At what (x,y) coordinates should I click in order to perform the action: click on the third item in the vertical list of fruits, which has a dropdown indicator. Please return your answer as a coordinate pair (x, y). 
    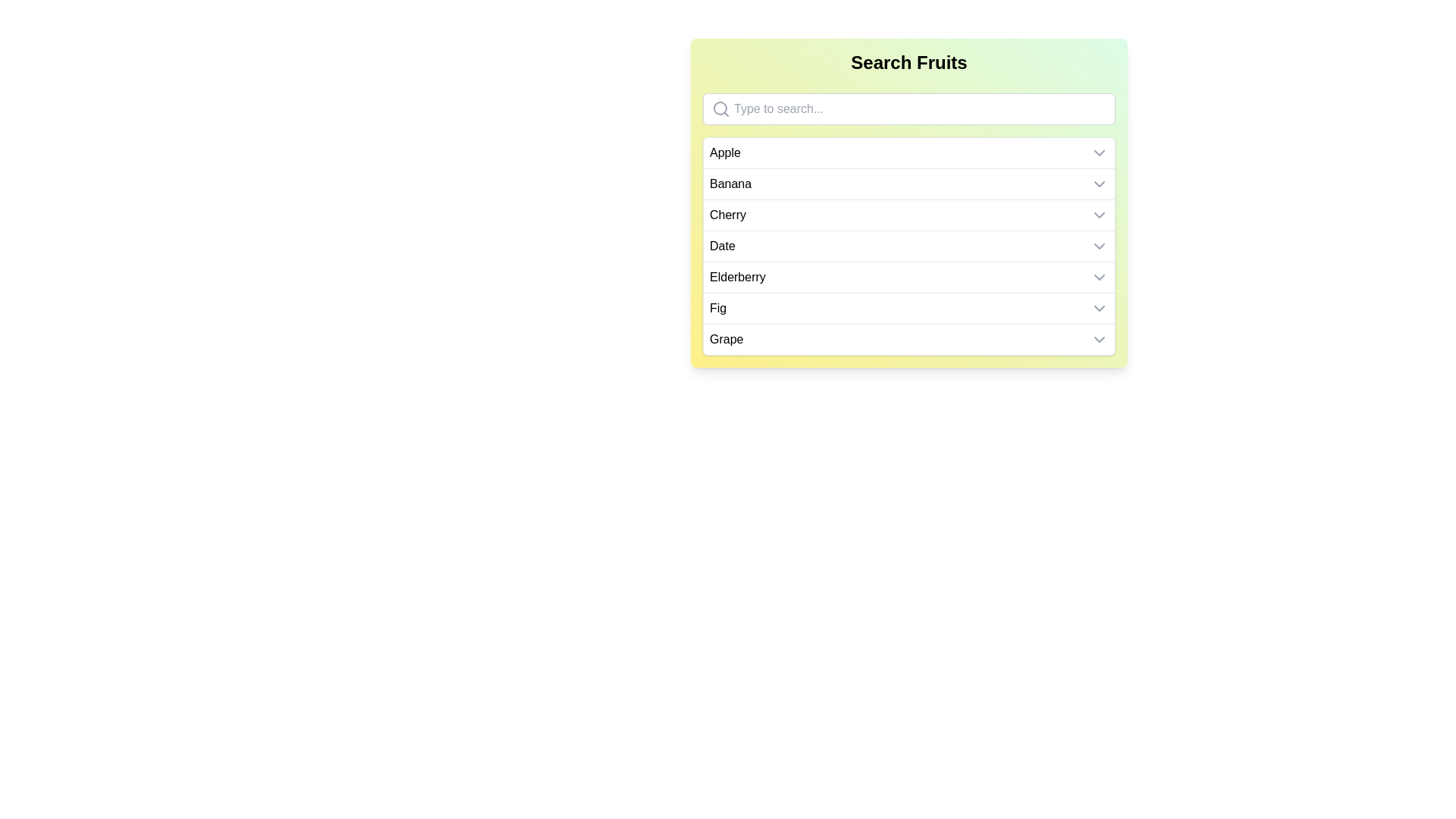
    Looking at the image, I should click on (909, 215).